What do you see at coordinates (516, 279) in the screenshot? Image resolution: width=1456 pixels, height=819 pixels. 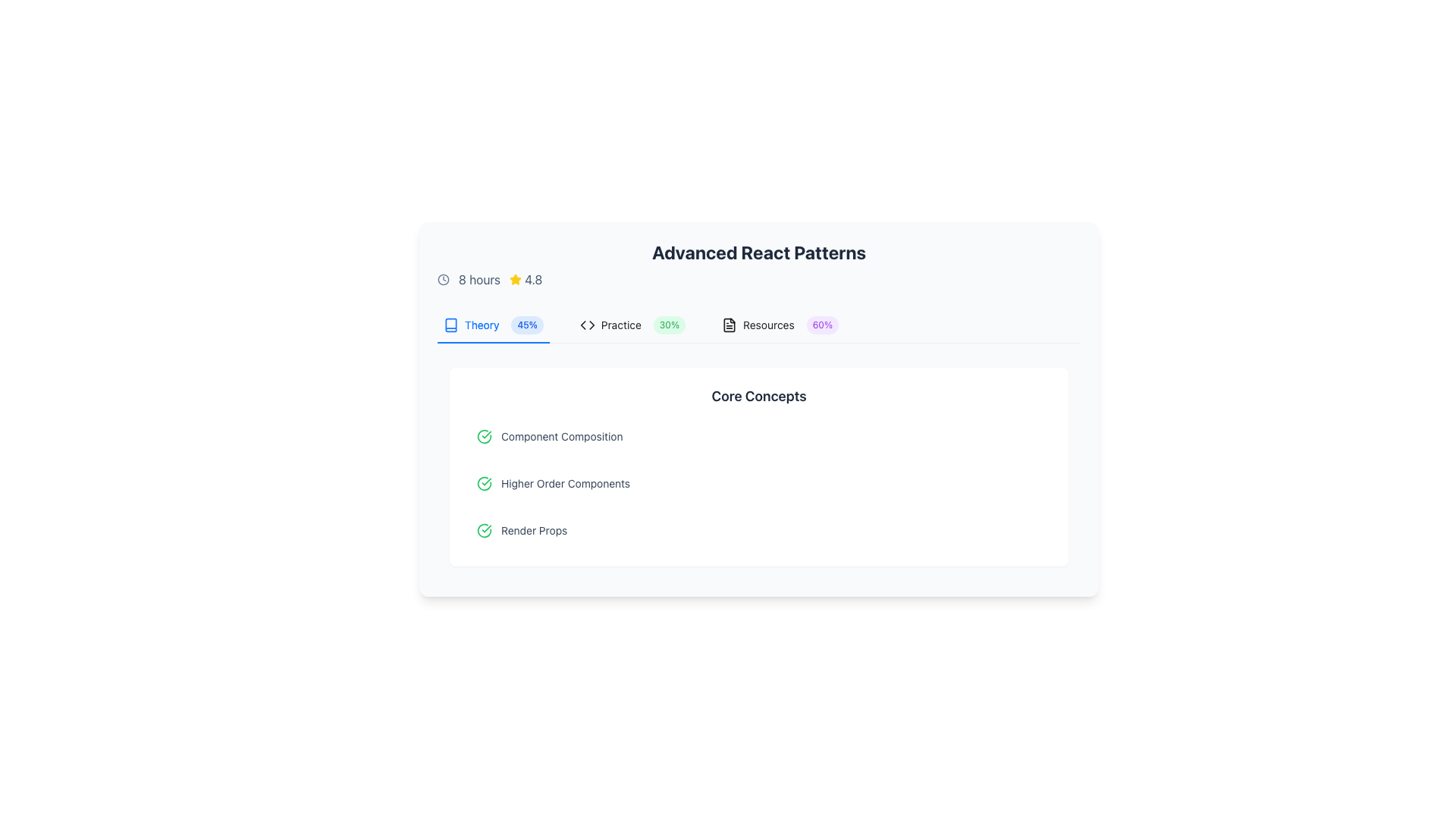 I see `the vibrant yellow star-shaped icon representing a rating, located near the top-left section of the interface, adjacent to the text '8 hours' and the clock symbol` at bounding box center [516, 279].